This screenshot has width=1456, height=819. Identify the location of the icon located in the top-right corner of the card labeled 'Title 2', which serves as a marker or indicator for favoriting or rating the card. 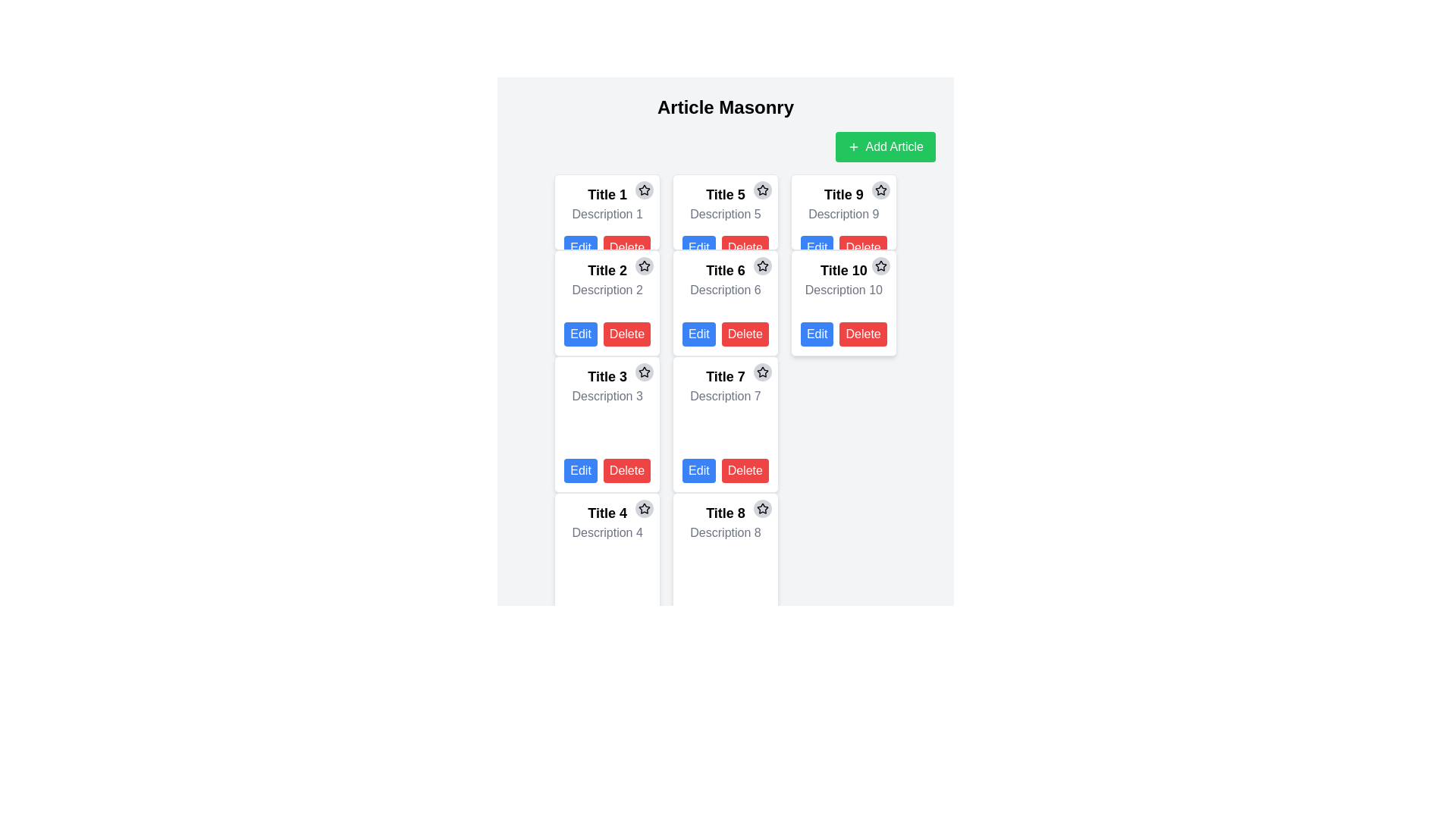
(645, 189).